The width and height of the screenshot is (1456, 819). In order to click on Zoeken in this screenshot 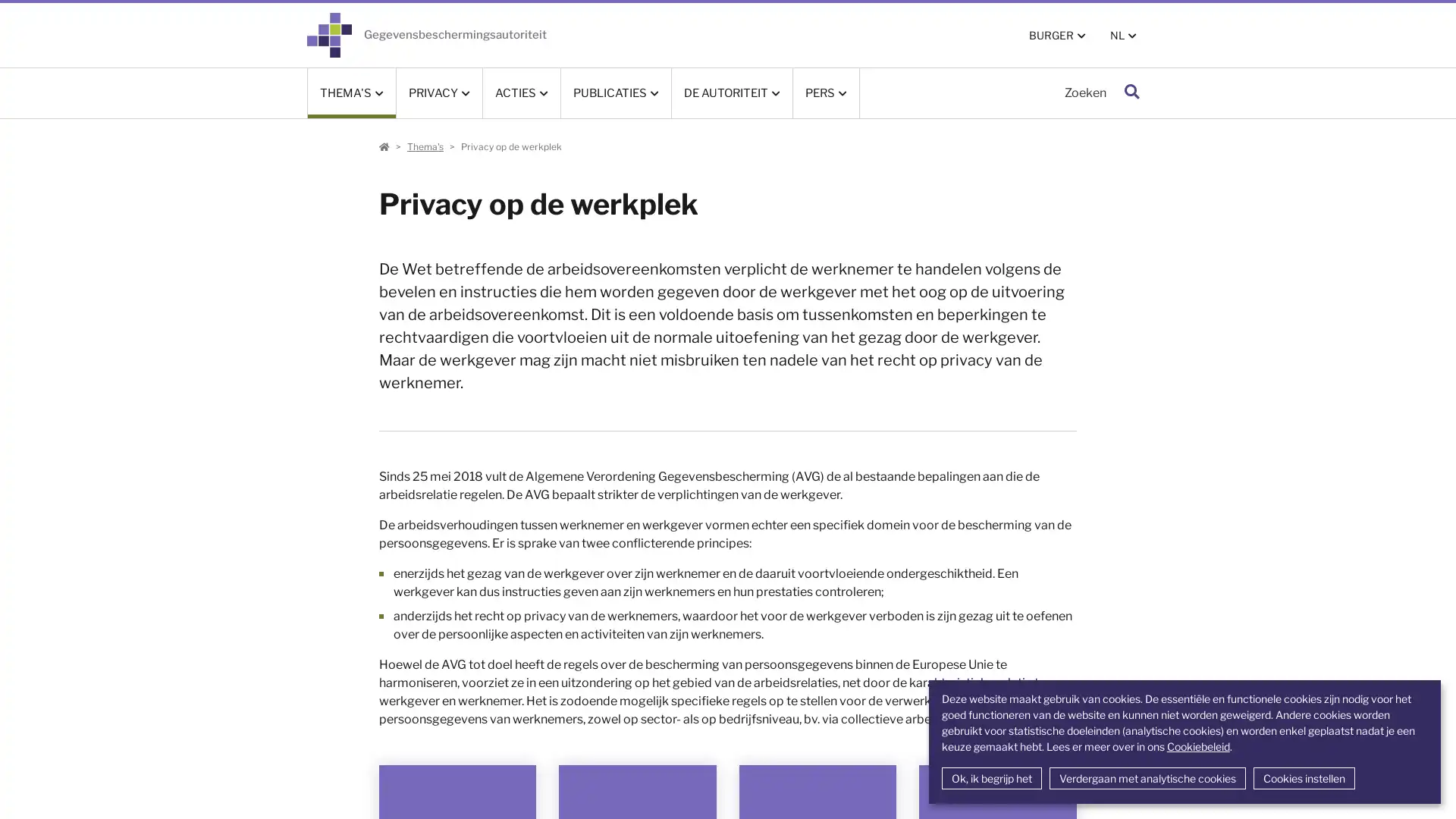, I will do `click(1131, 93)`.